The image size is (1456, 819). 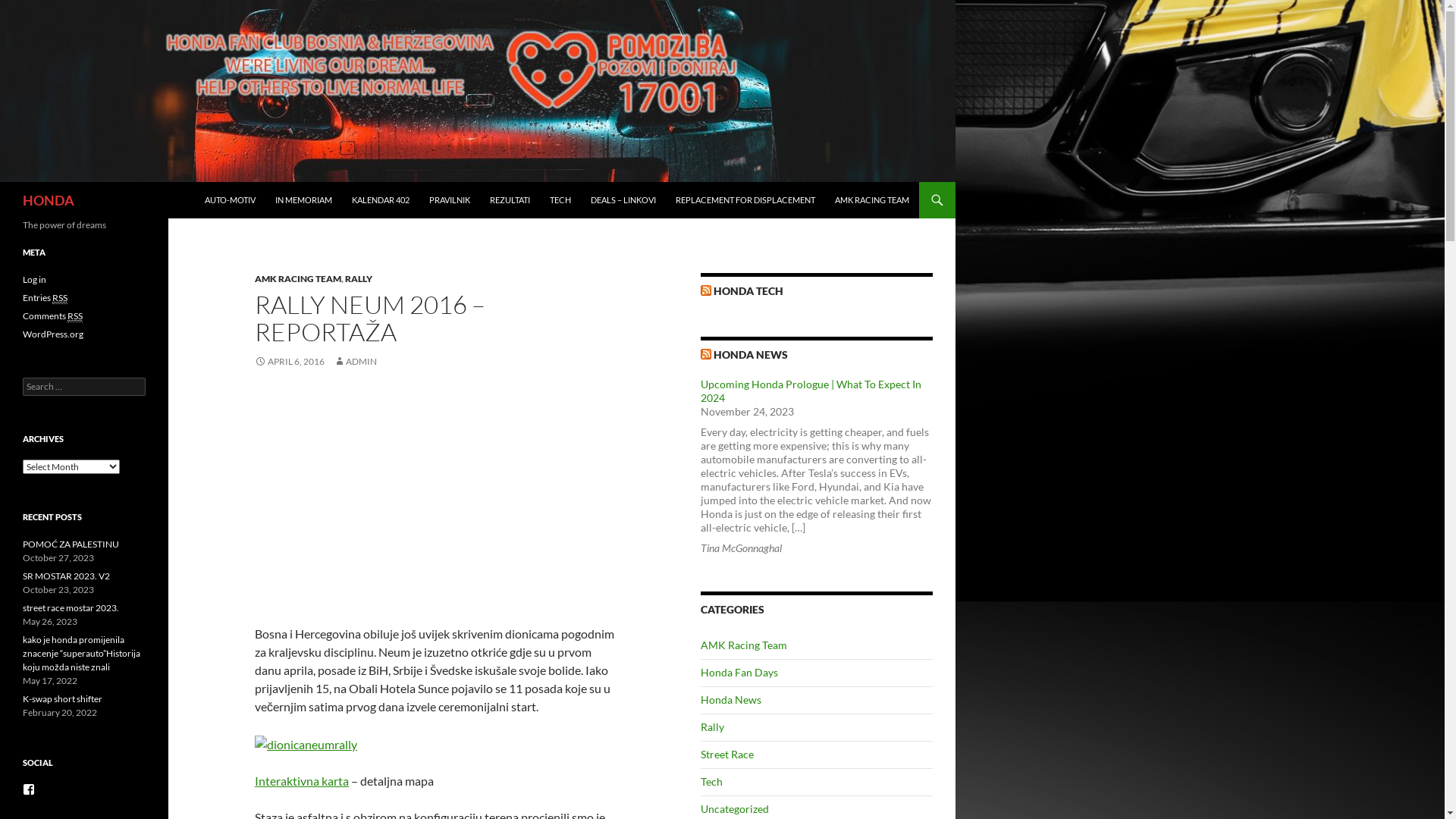 I want to click on 'HONDA', so click(x=48, y=199).